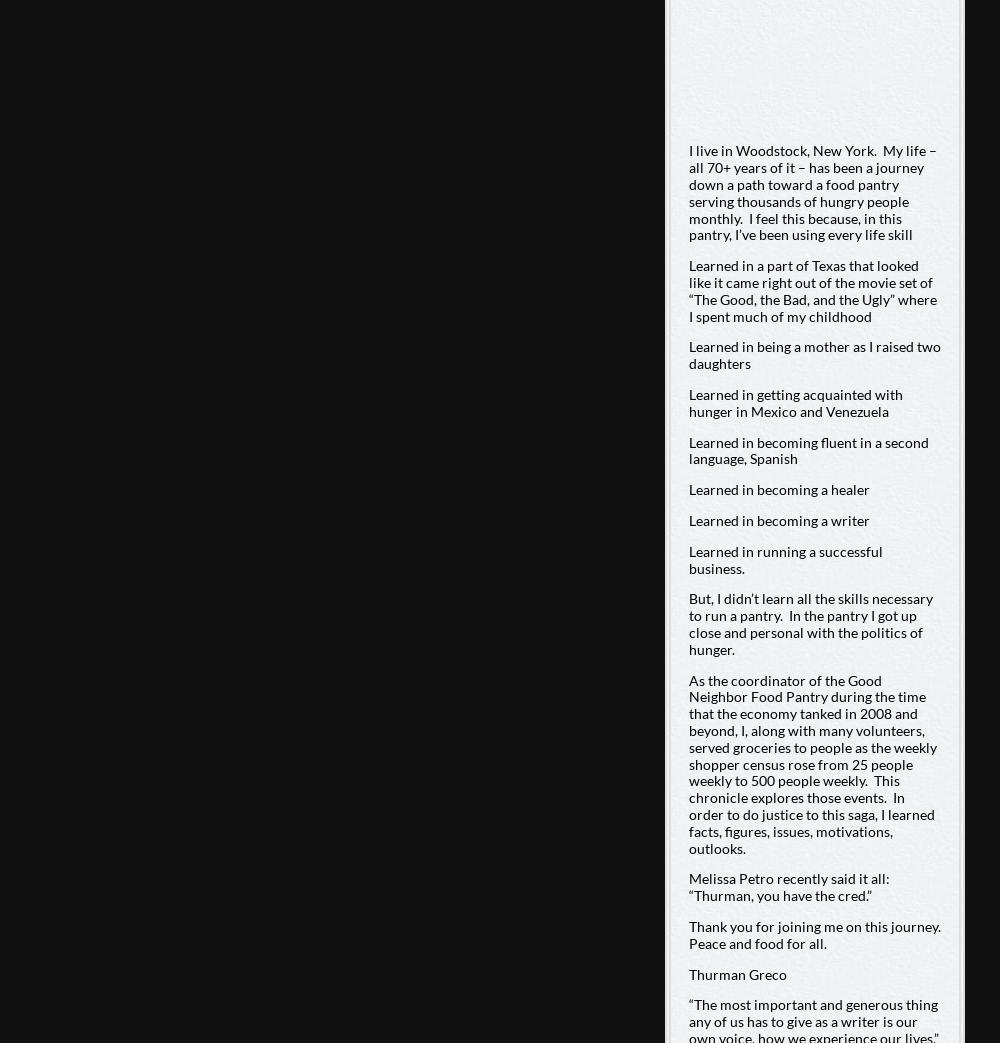 The width and height of the screenshot is (1000, 1043). I want to click on 'Melissa Petro recently said it all:  “Thurman, you have the cred.”', so click(790, 886).